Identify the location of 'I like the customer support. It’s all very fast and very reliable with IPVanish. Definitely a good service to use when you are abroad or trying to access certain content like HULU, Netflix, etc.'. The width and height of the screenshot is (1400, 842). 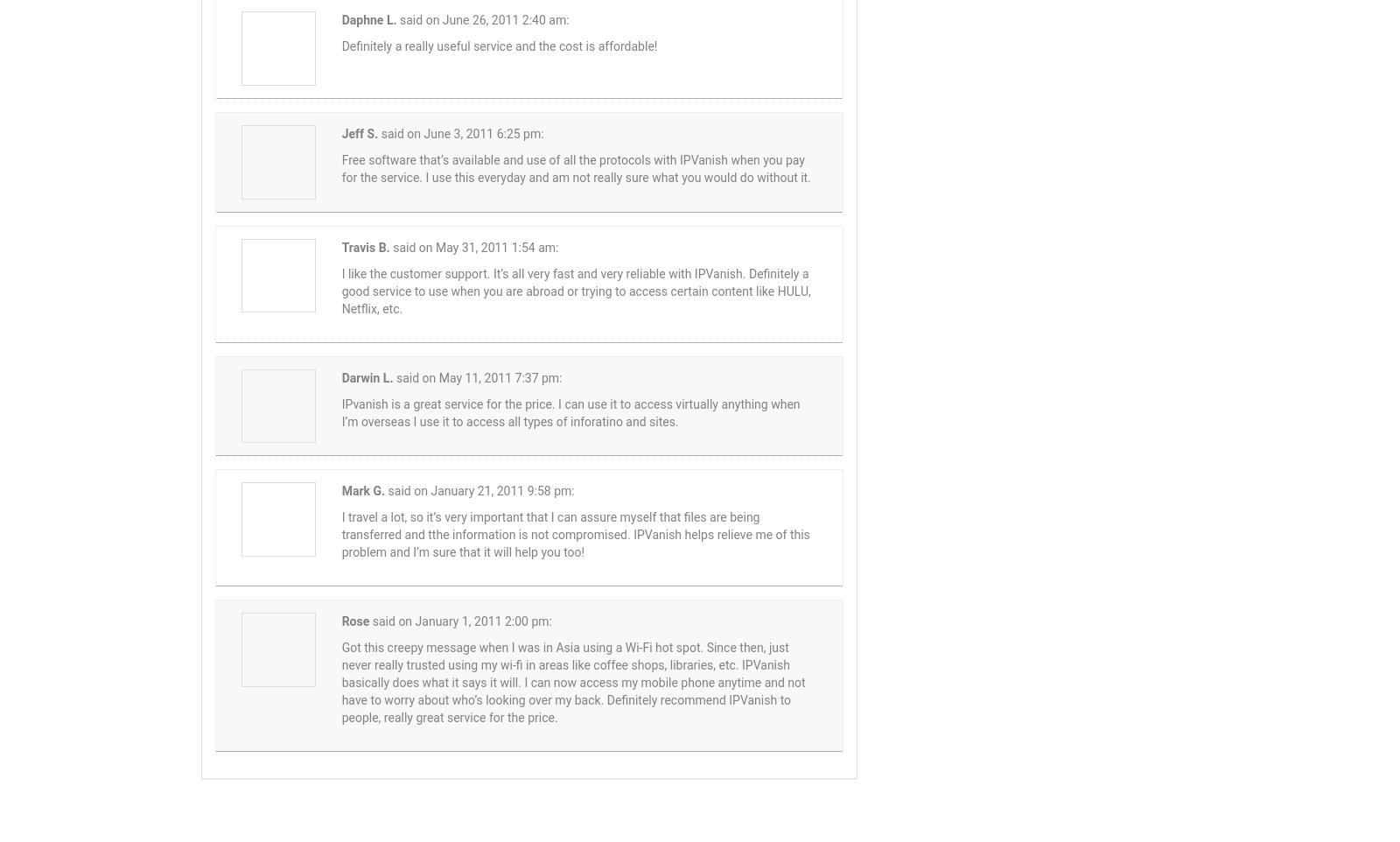
(340, 289).